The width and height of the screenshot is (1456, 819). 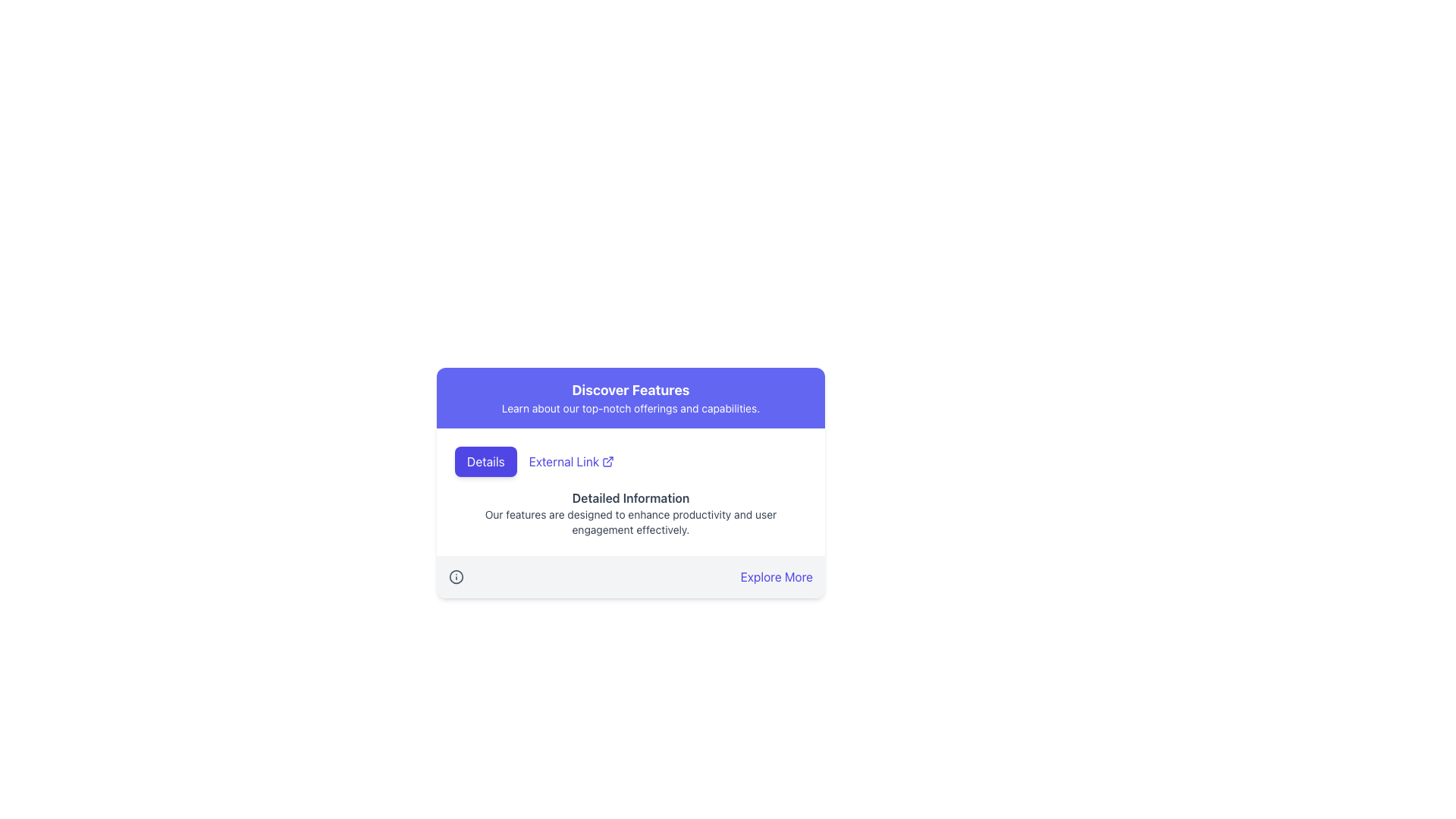 What do you see at coordinates (485, 461) in the screenshot?
I see `the purple button labeled 'Details' to observe the color change when hovered` at bounding box center [485, 461].